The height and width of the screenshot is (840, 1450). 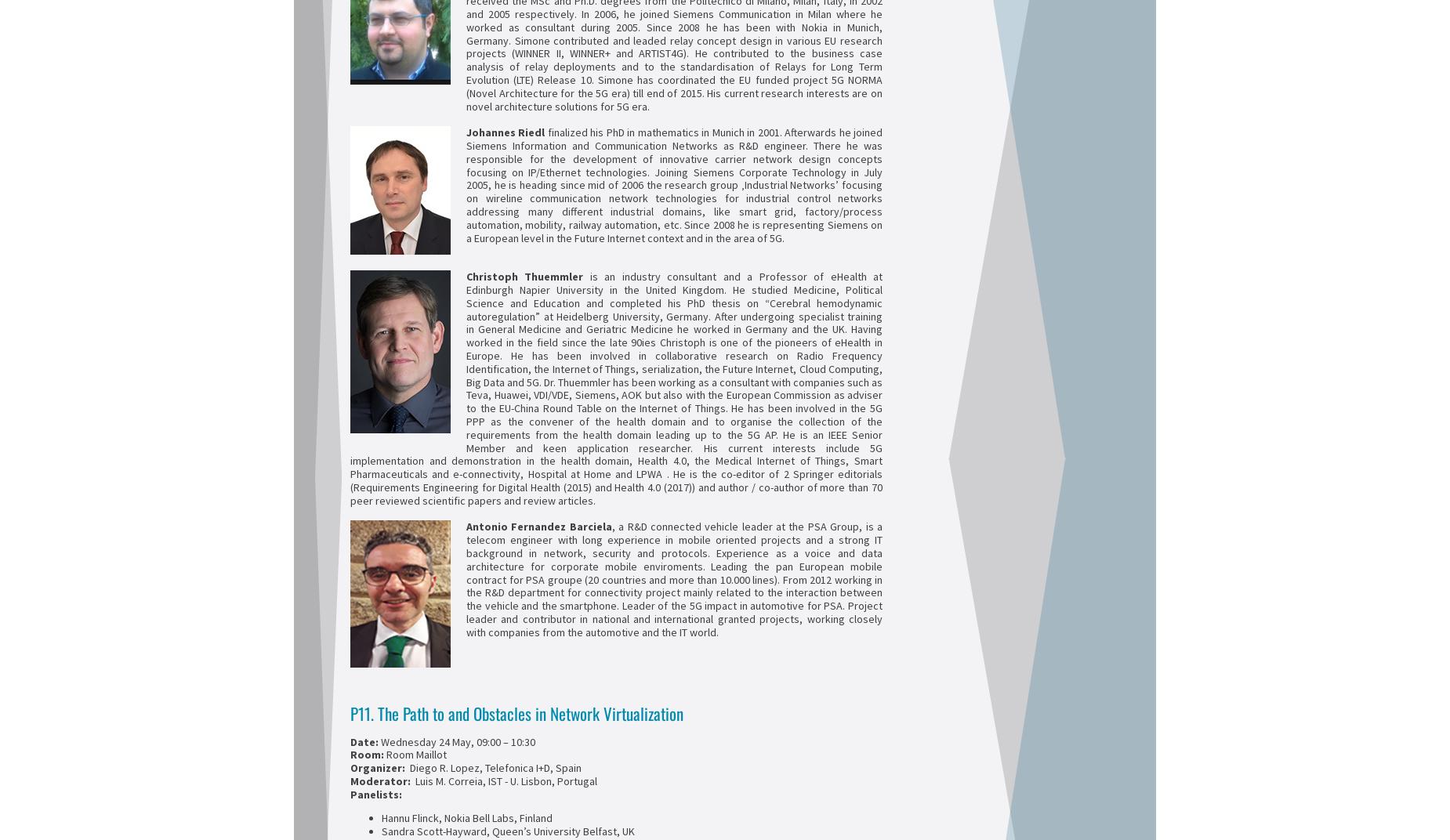 I want to click on 'Wednesday 24 May, 09:00 – 10:30', so click(x=380, y=740).